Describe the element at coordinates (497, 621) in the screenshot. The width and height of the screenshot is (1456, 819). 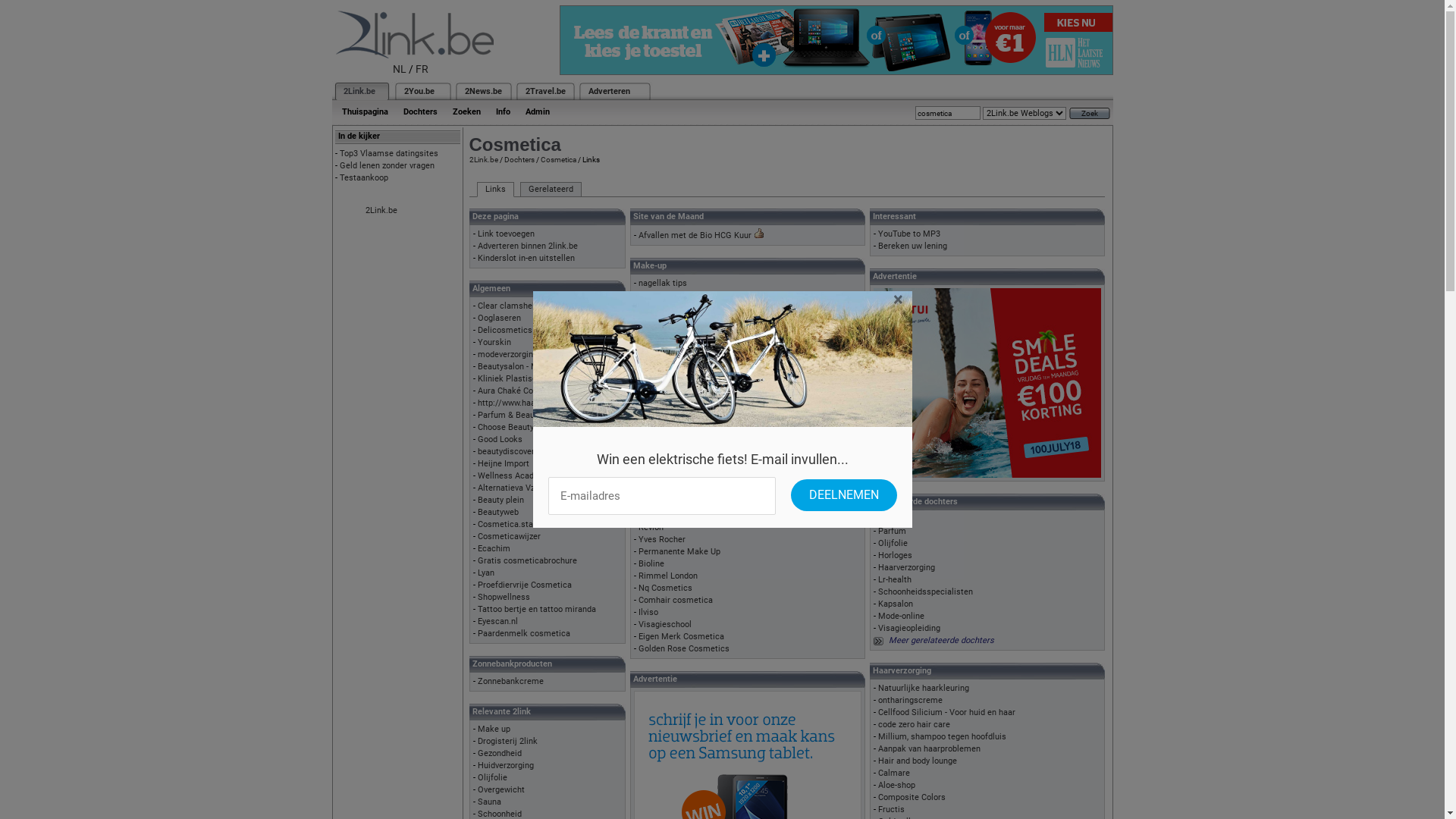
I see `'Eyescan.nl'` at that location.